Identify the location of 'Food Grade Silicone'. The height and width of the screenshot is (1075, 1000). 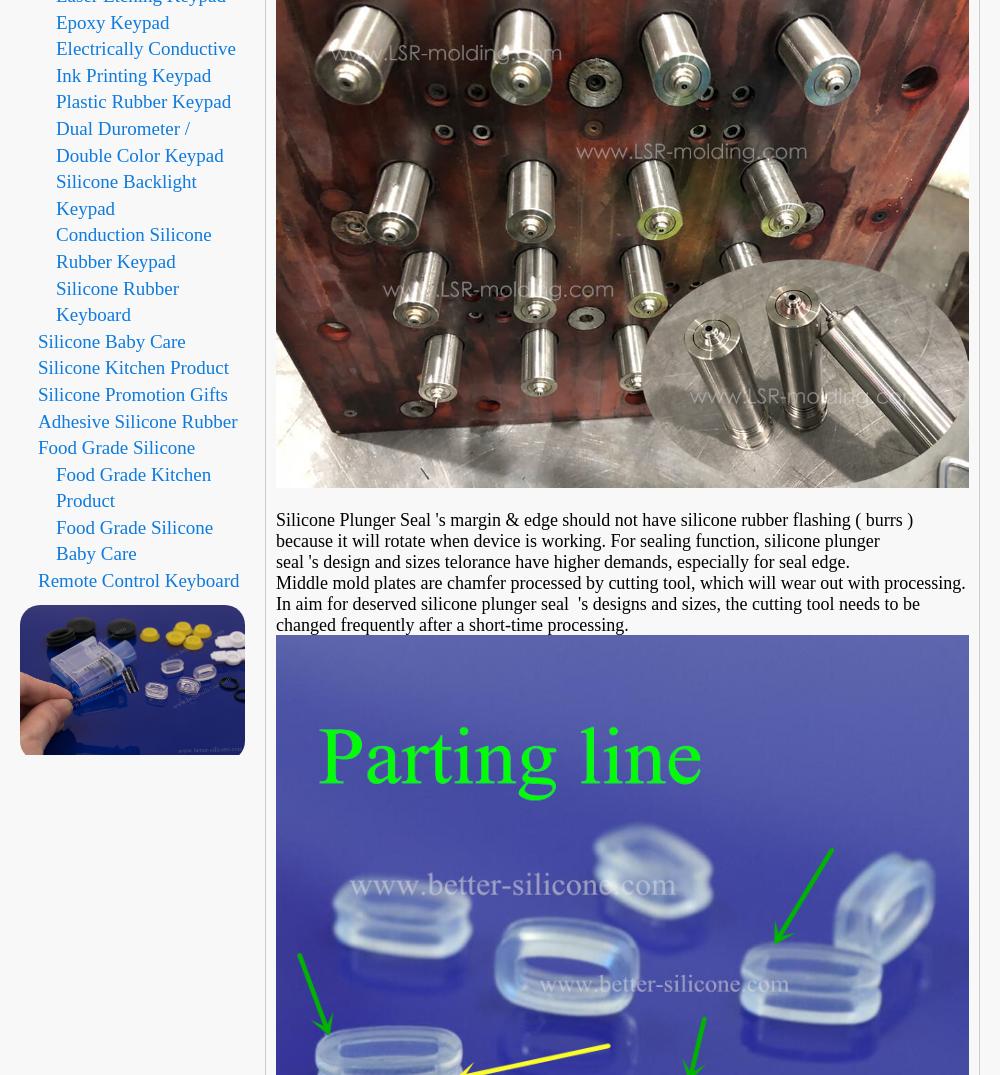
(115, 447).